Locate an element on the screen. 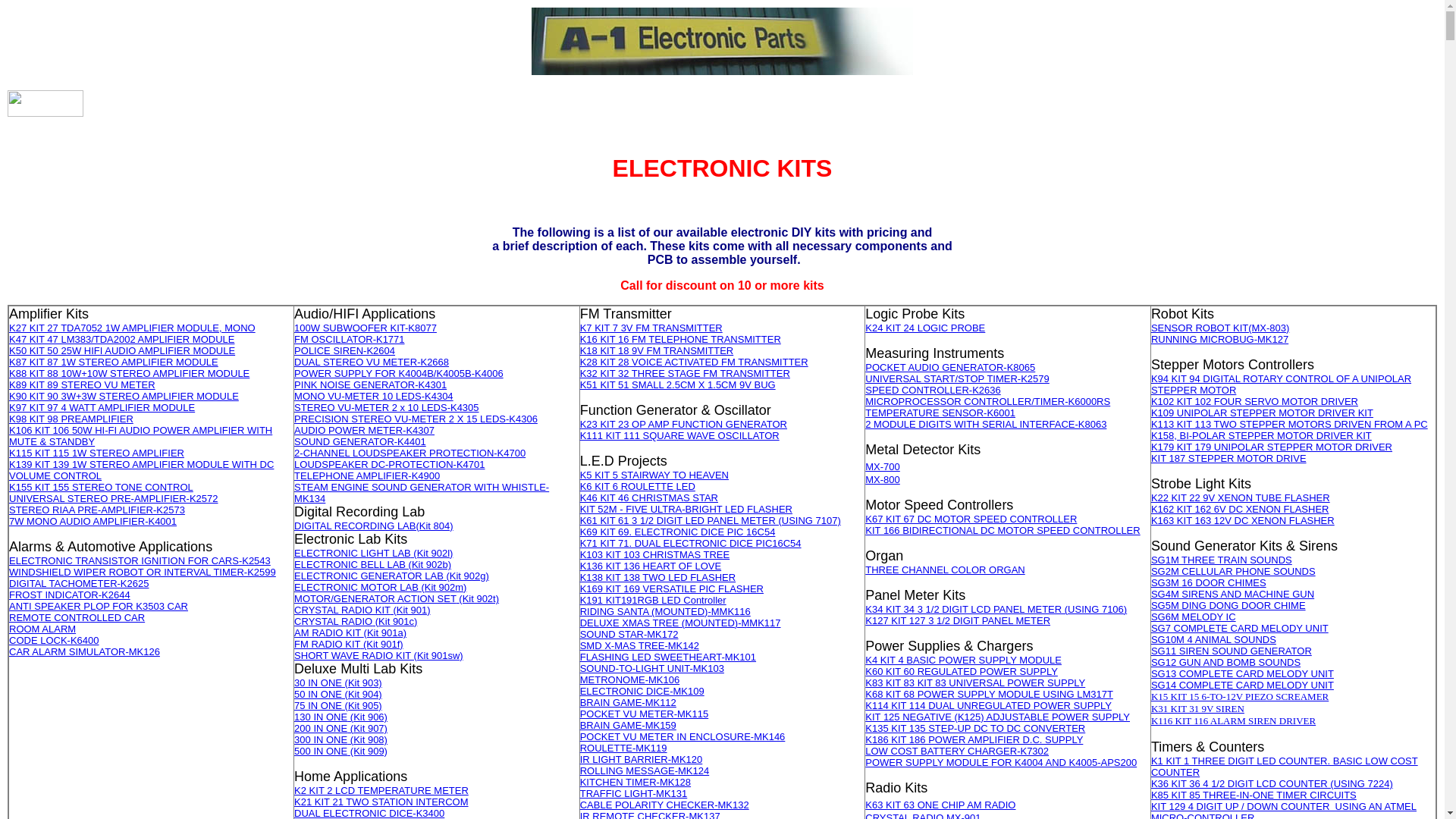 The height and width of the screenshot is (819, 1456). 'SG10M 4 ANIMAL SOUNDS' is located at coordinates (1213, 639).